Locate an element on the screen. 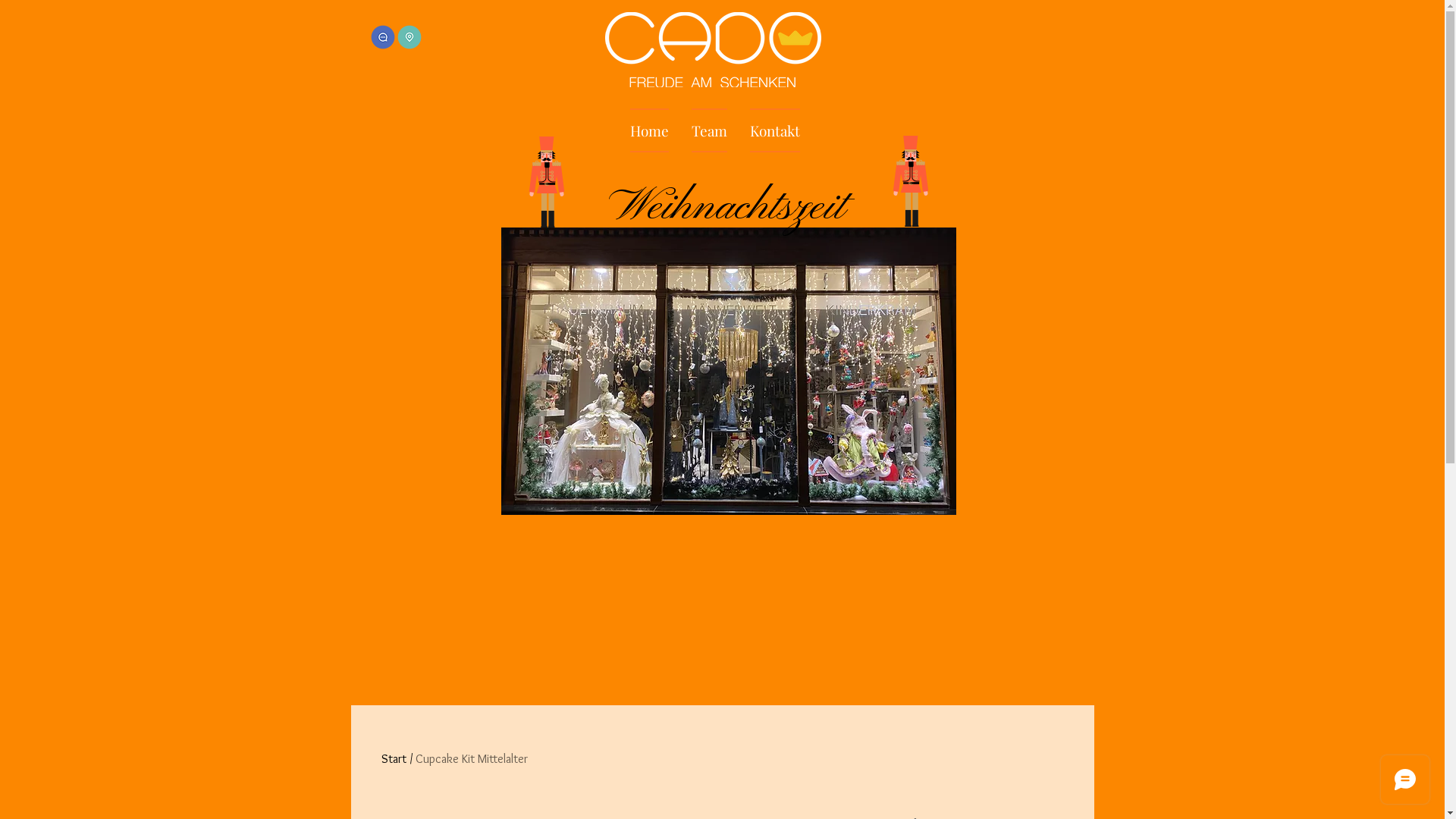 The width and height of the screenshot is (1456, 819). 'Start' is located at coordinates (393, 758).